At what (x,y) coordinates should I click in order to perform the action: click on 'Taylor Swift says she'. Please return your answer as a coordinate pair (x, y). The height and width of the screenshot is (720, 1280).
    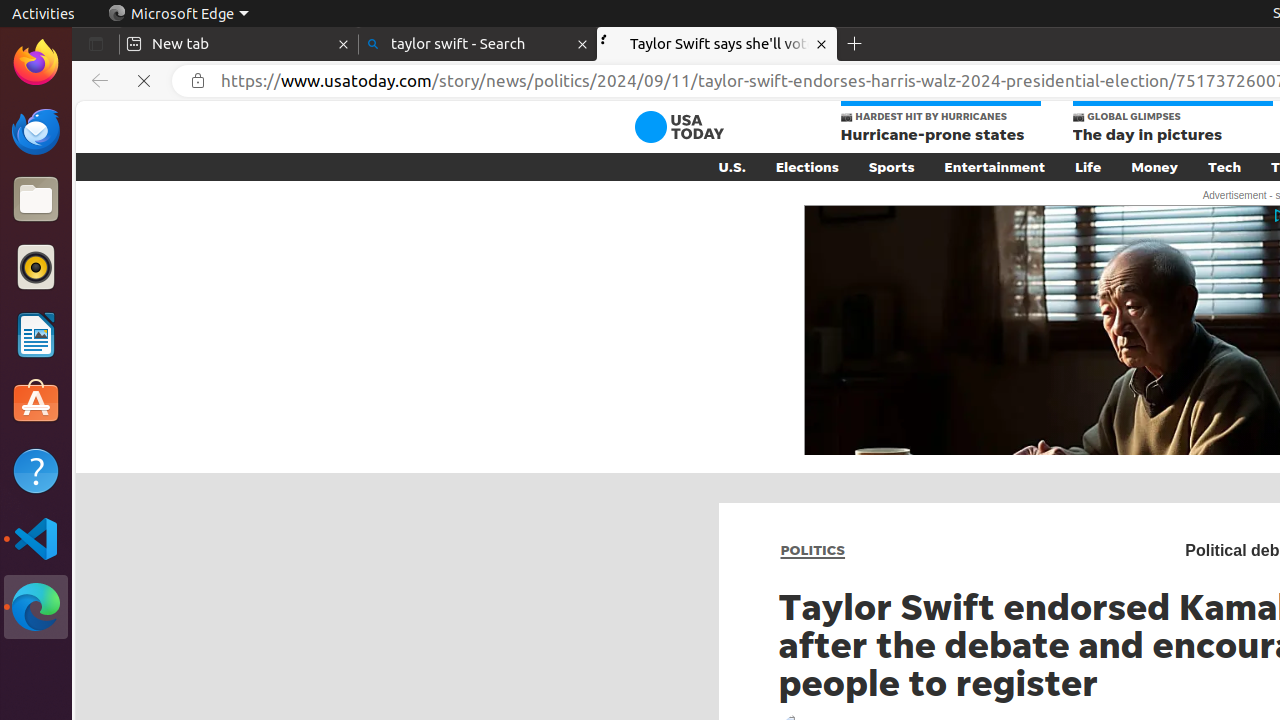
    Looking at the image, I should click on (717, 44).